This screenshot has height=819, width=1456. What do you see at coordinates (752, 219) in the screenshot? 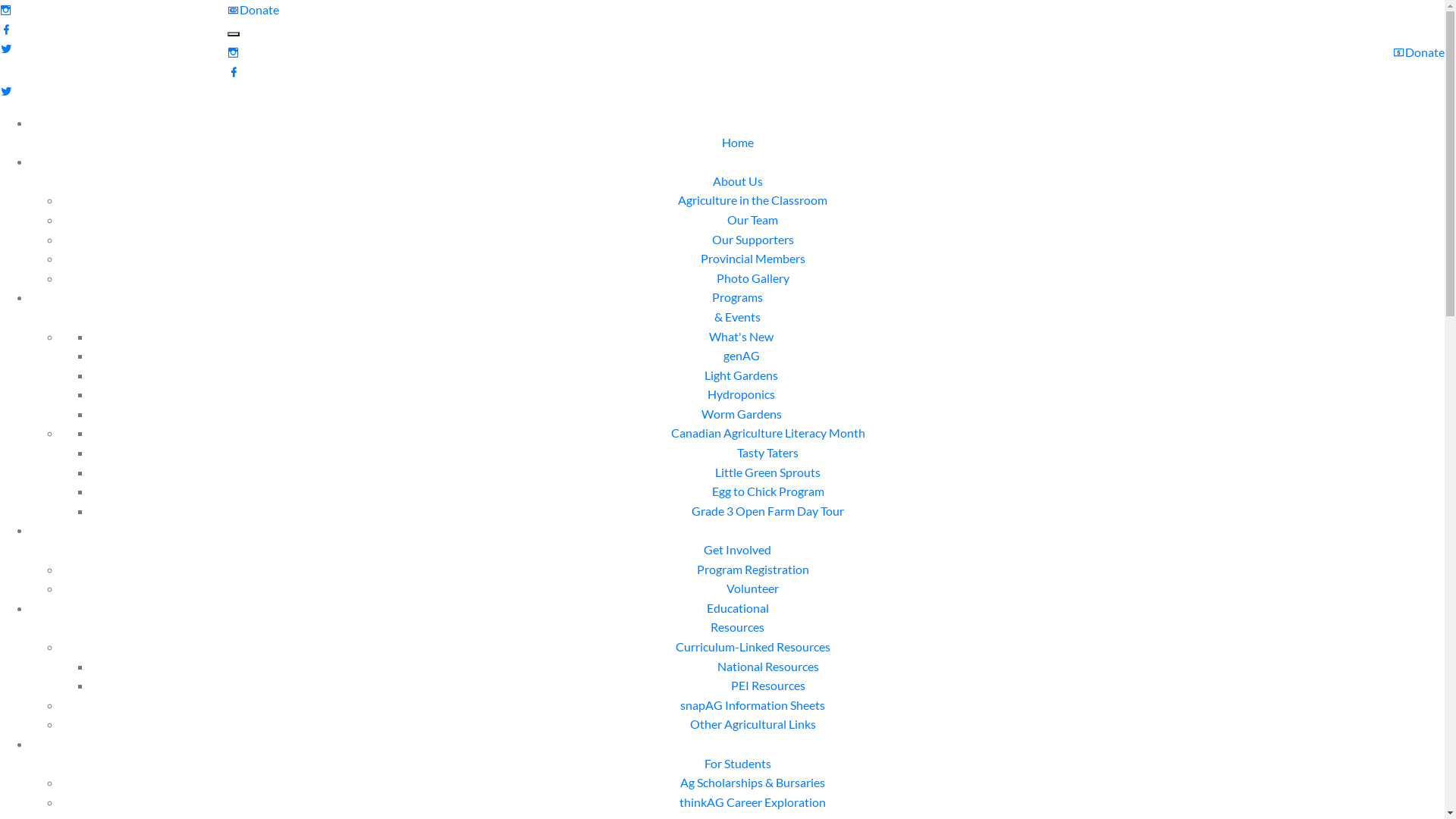
I see `'Our Team'` at bounding box center [752, 219].